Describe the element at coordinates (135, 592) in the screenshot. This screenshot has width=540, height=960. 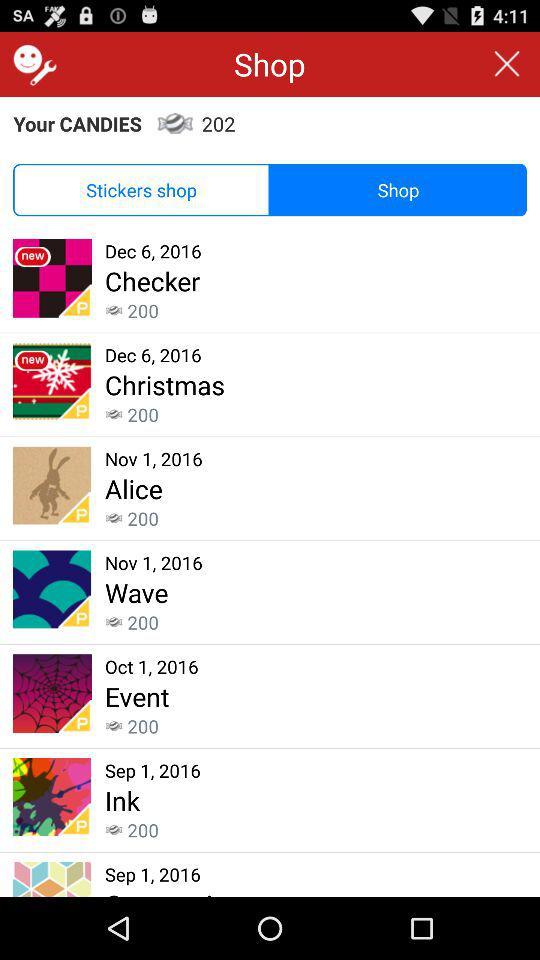
I see `icon above the 200 item` at that location.